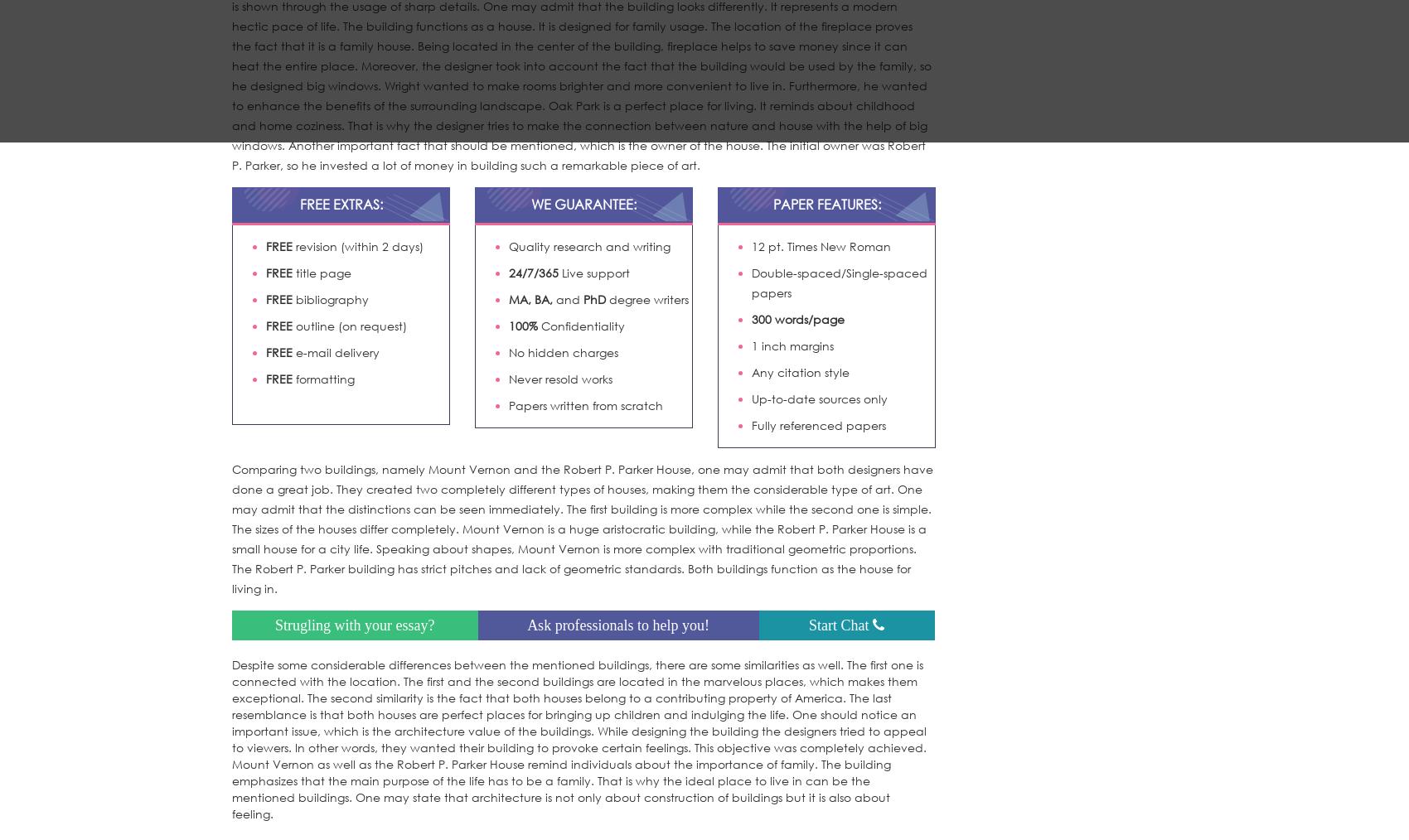 This screenshot has width=1409, height=840. Describe the element at coordinates (508, 245) in the screenshot. I see `'Quality research and writing'` at that location.